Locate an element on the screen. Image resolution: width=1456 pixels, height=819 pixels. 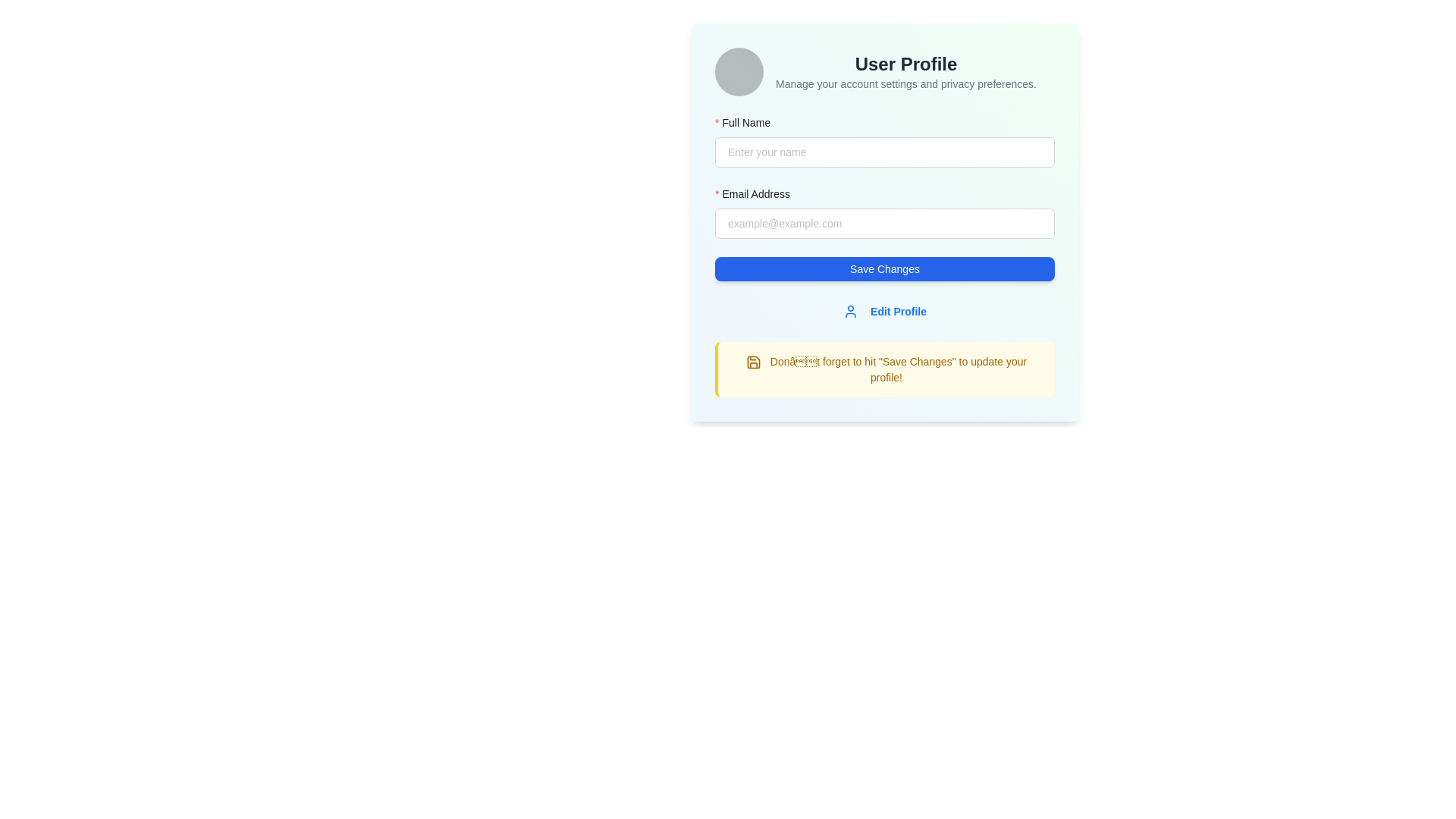
the user profile icon located to the left of the 'Edit Profile' button is located at coordinates (851, 311).